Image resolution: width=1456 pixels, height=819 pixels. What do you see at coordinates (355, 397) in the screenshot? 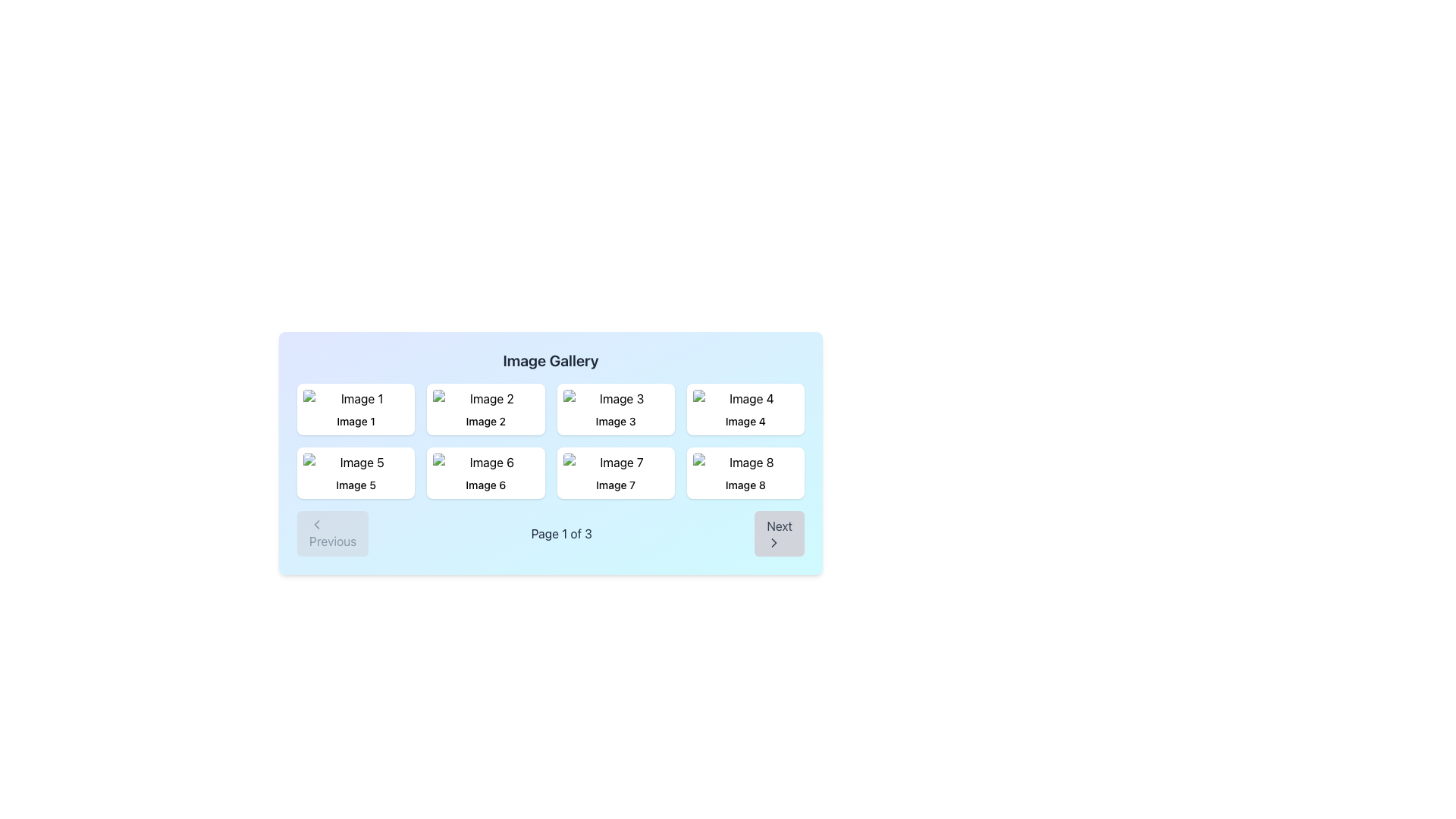
I see `the image placeholder labeled 'Image 1', which is the top image in the first position of the first row of the image gallery grid layout` at bounding box center [355, 397].